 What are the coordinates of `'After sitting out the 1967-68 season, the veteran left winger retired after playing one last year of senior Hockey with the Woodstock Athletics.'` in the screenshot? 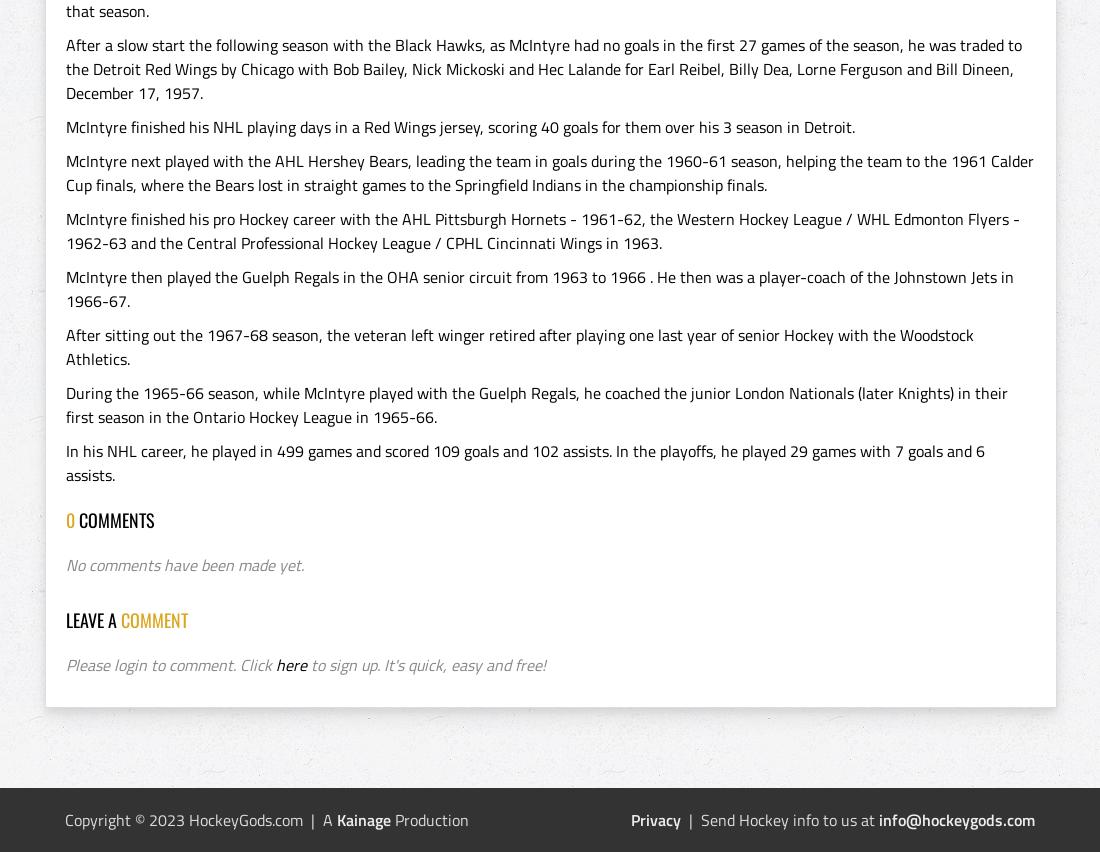 It's located at (519, 347).